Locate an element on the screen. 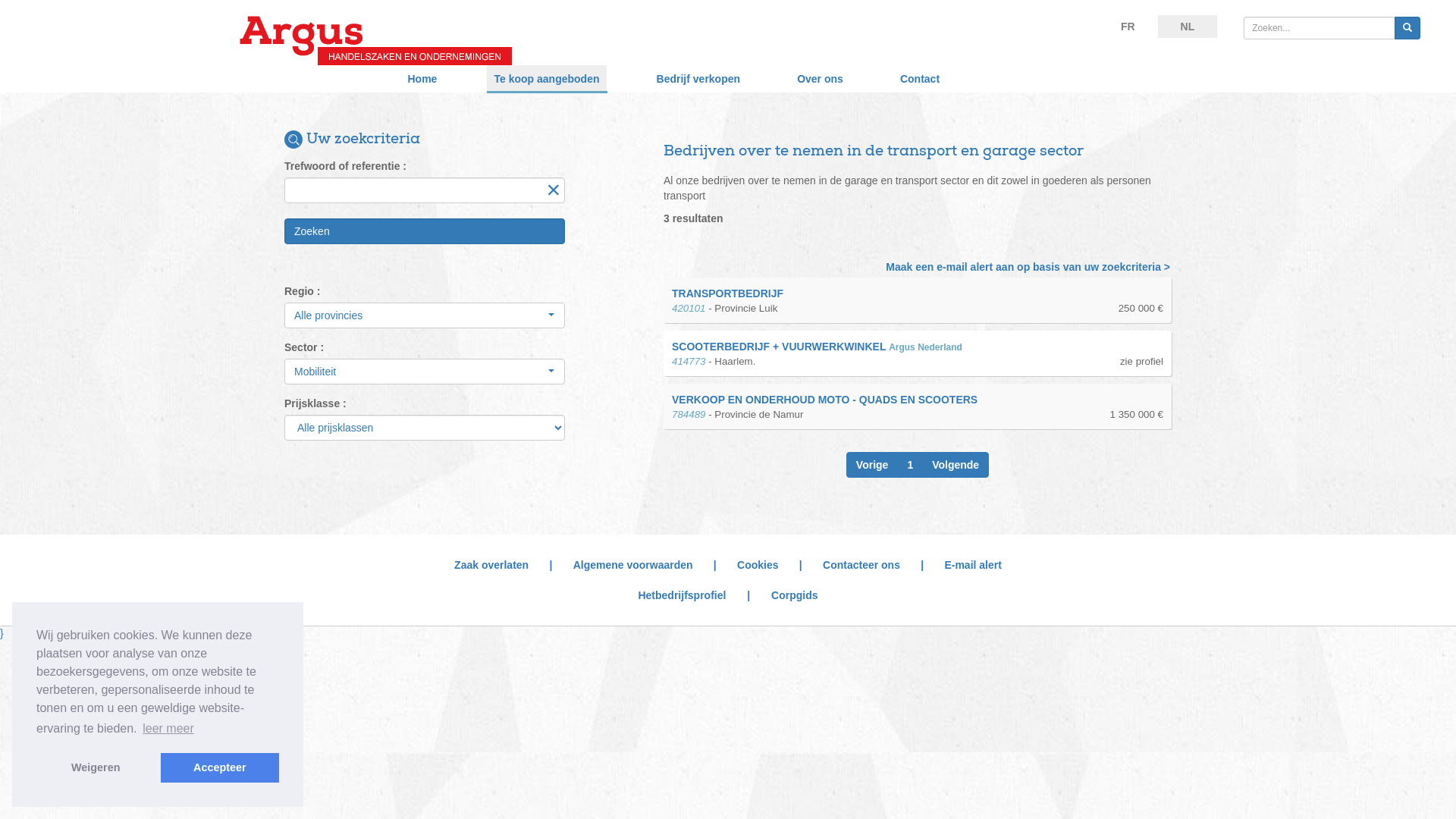 The height and width of the screenshot is (819, 1456). 'Algemene voorwaarden' is located at coordinates (633, 564).